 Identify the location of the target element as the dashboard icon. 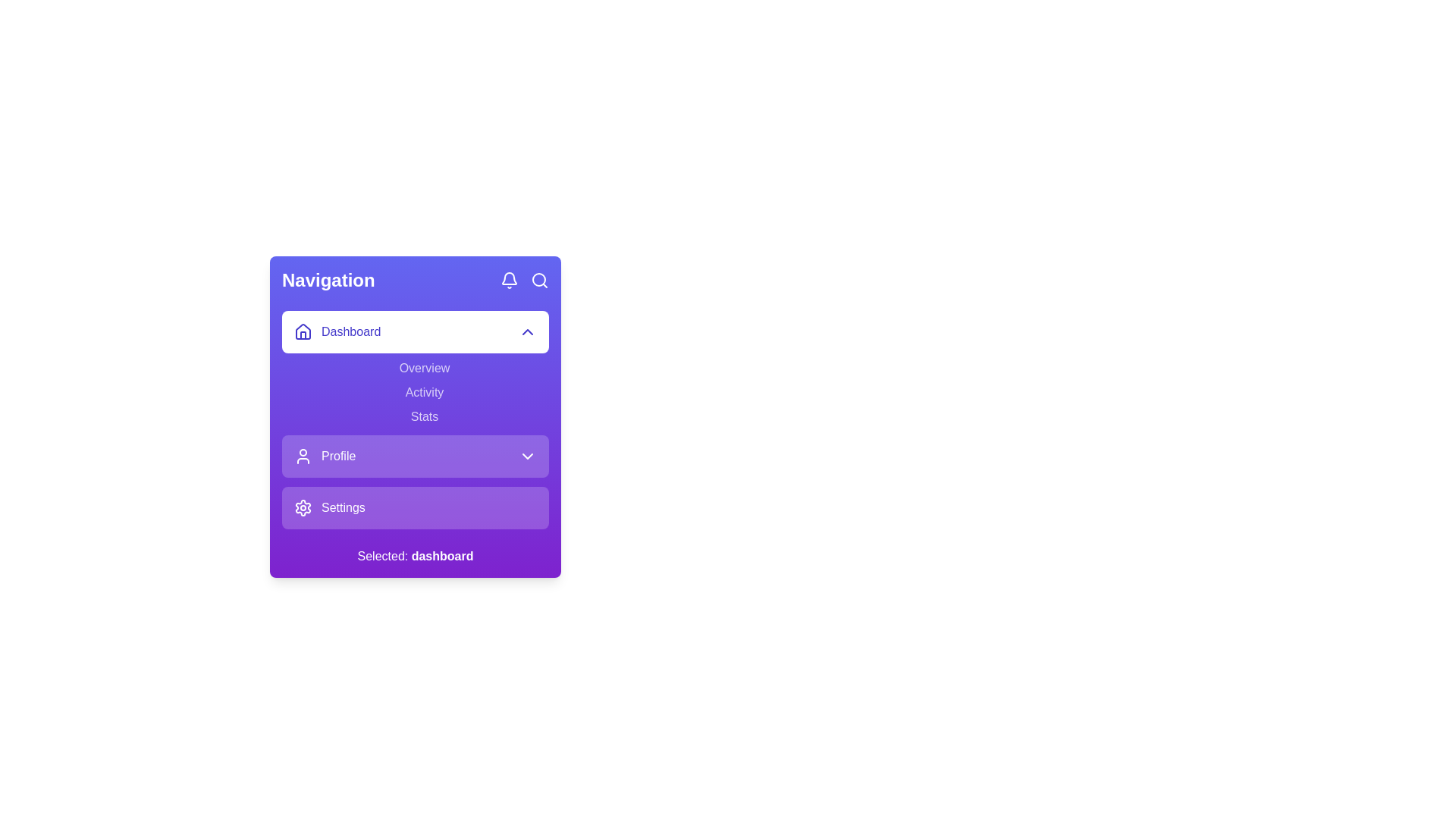
(303, 330).